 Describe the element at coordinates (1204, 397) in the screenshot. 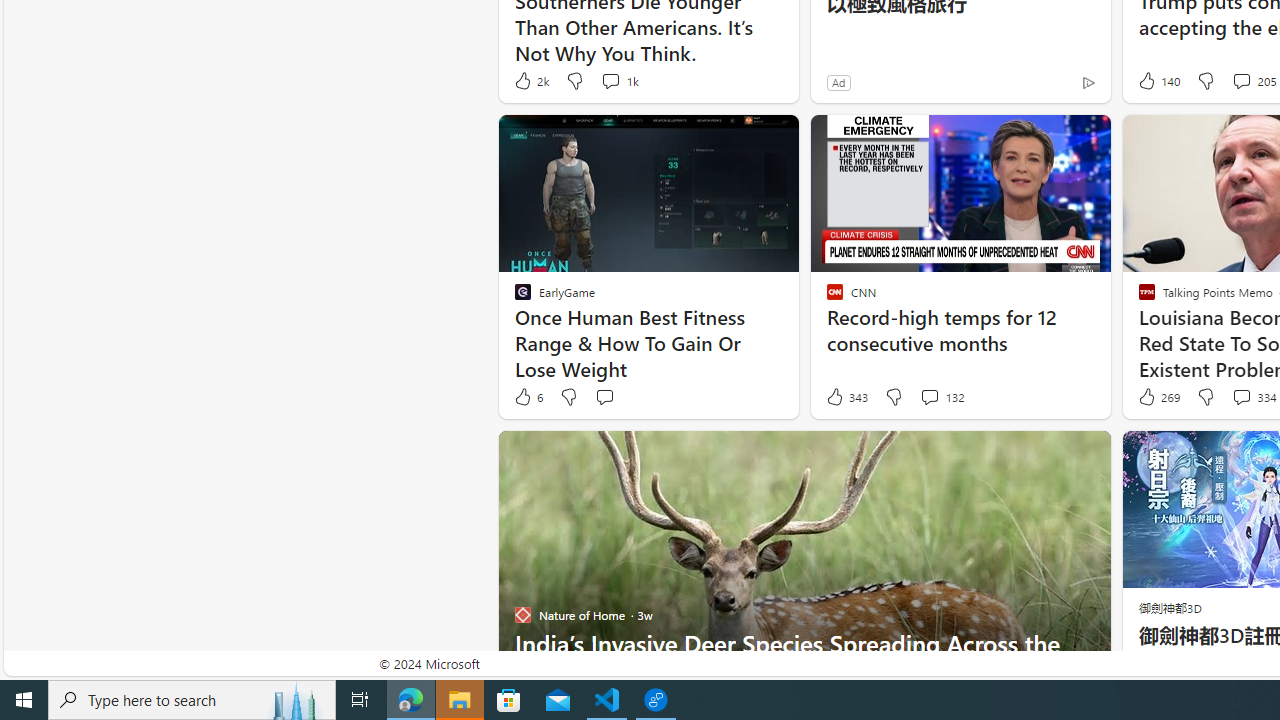

I see `'Dislike'` at that location.